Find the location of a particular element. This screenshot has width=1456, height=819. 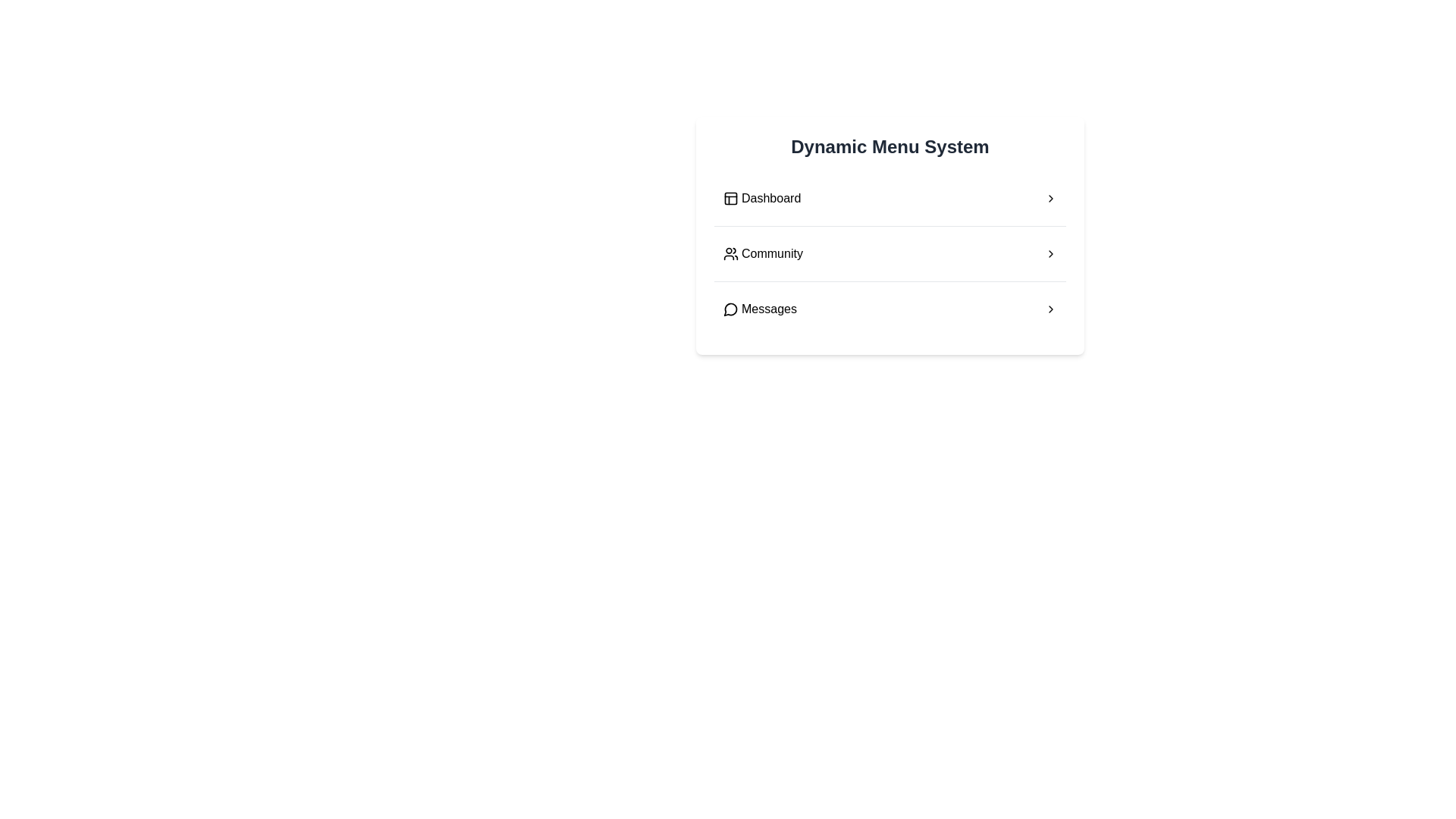

the second item in the vertical menu list, which serves as a navigation option is located at coordinates (763, 253).